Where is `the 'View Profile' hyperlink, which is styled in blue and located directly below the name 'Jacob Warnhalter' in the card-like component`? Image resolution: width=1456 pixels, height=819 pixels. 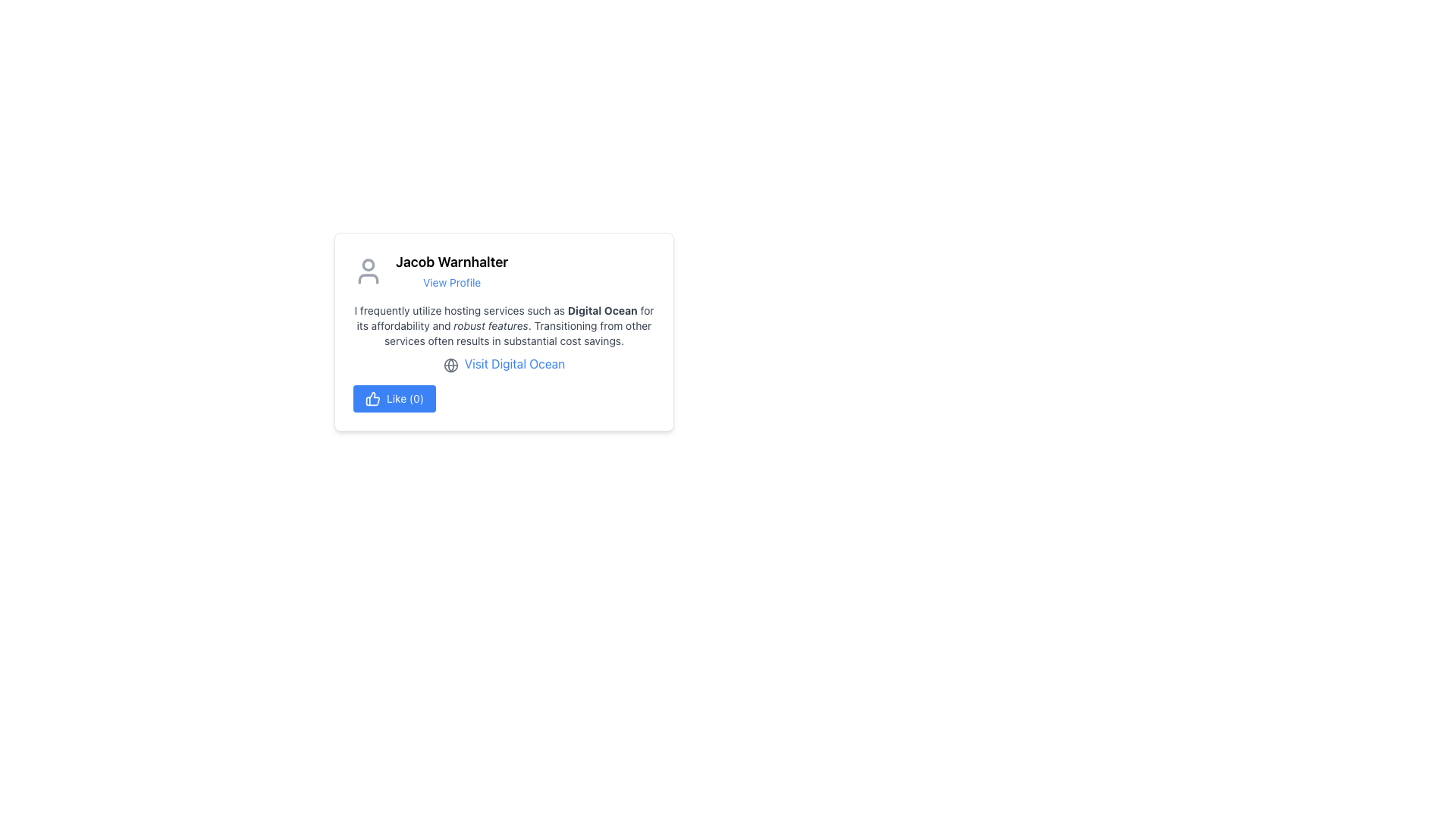 the 'View Profile' hyperlink, which is styled in blue and located directly below the name 'Jacob Warnhalter' in the card-like component is located at coordinates (451, 282).